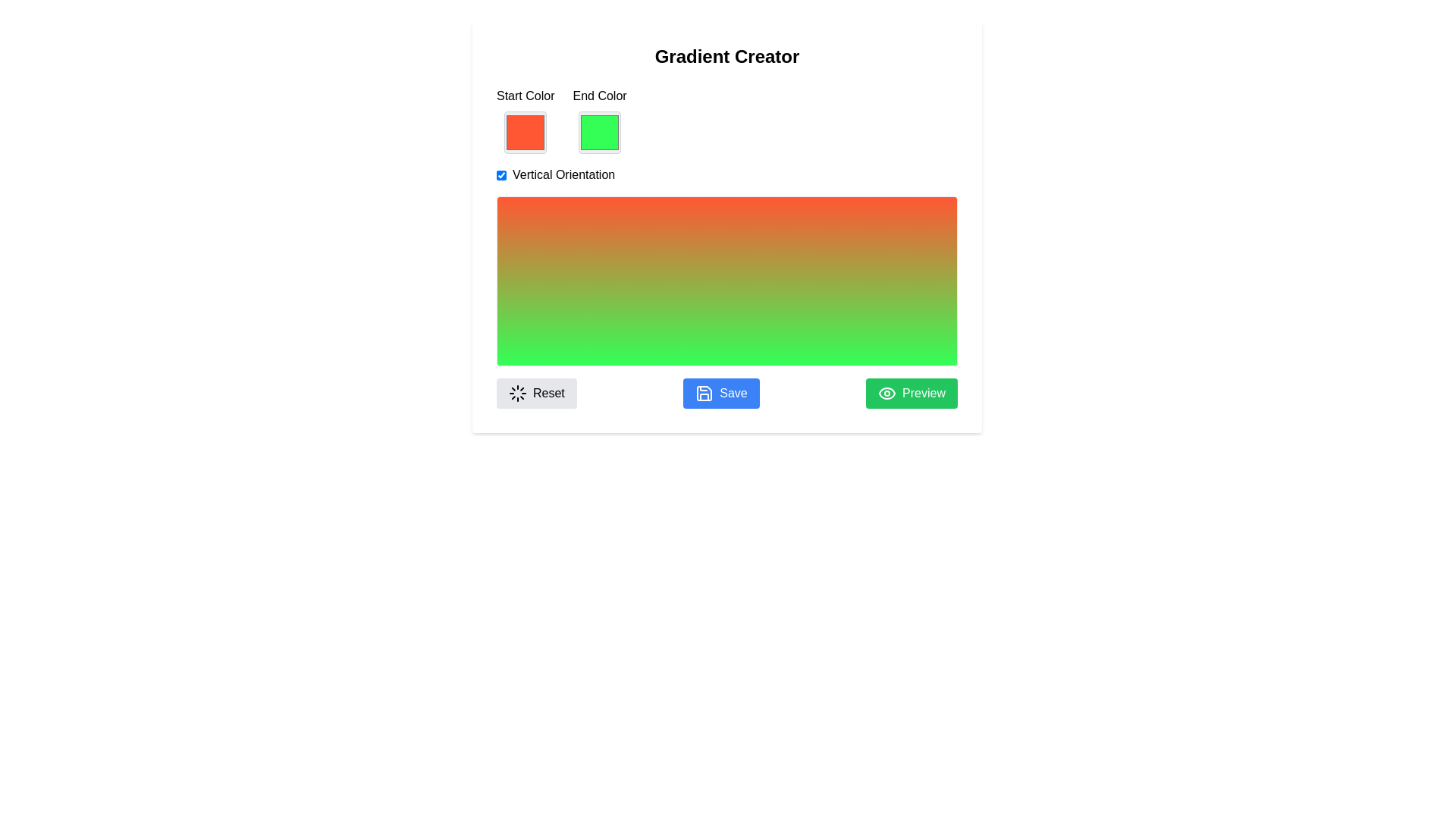 Image resolution: width=1456 pixels, height=819 pixels. Describe the element at coordinates (563, 174) in the screenshot. I see `the Text label that explains the purpose of the adjacent checkbox for toggling 'Vertical Orientation'` at that location.